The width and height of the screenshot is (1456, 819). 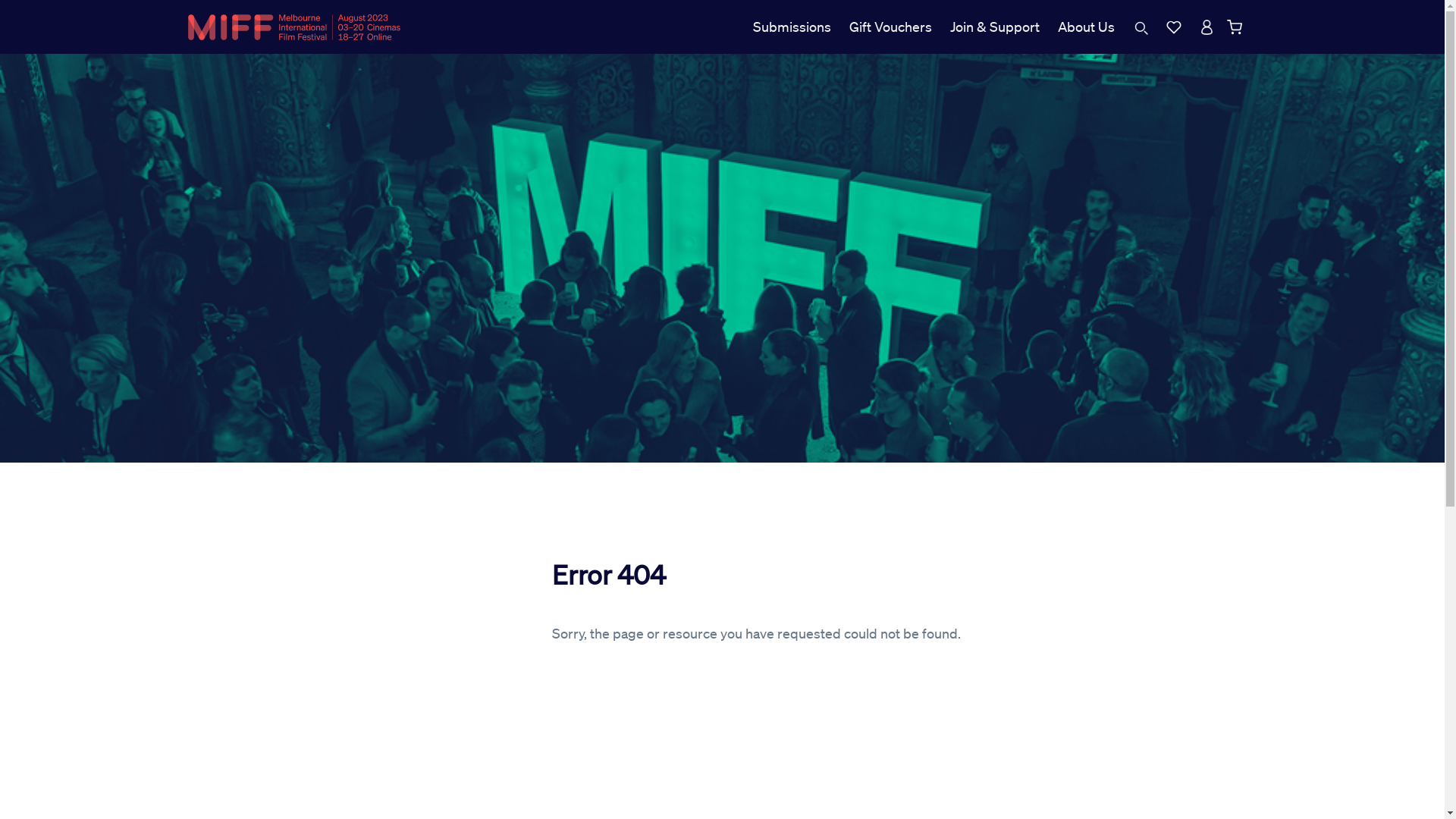 I want to click on 'About Us', so click(x=1084, y=27).